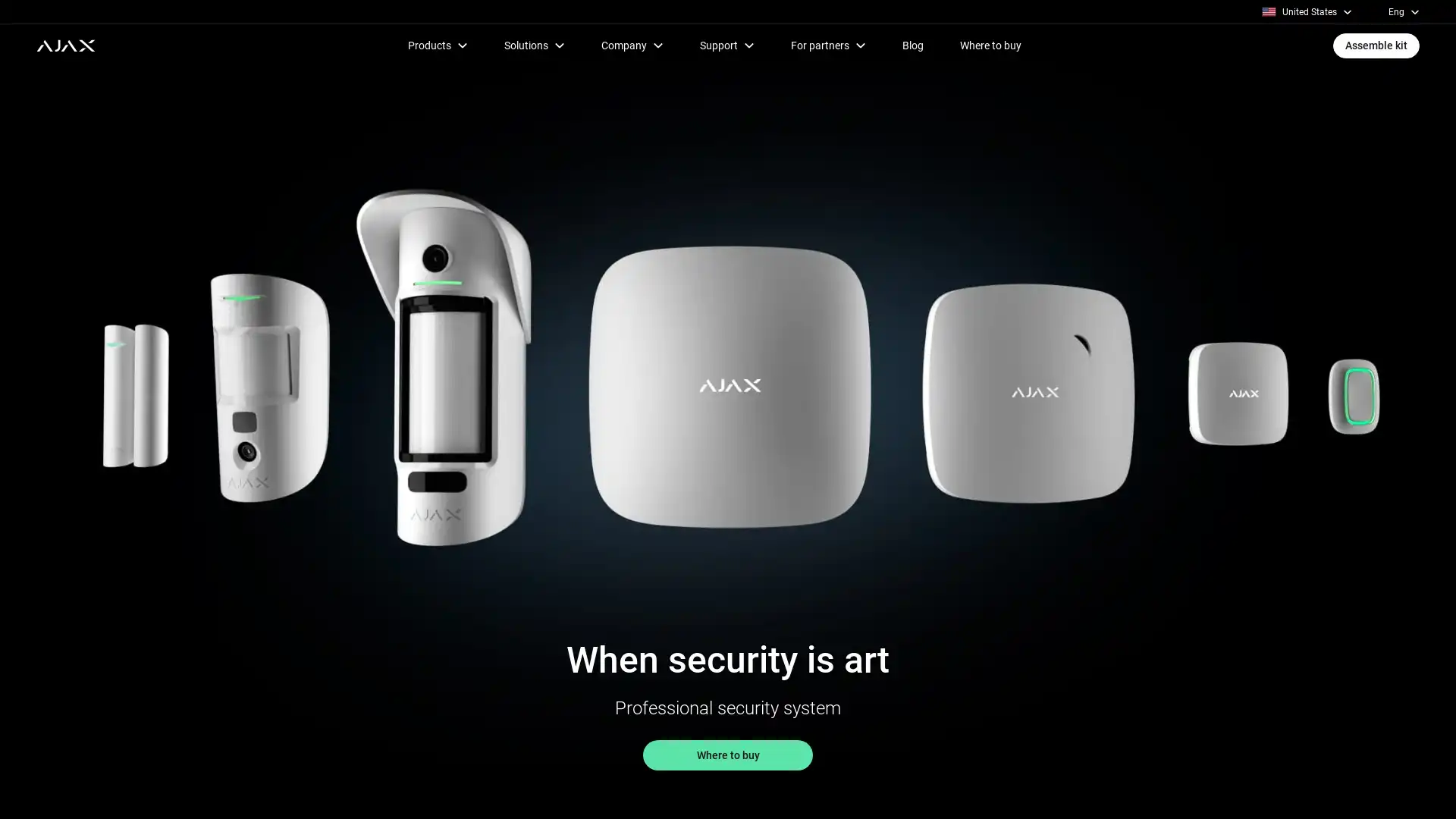 The width and height of the screenshot is (1456, 819). I want to click on Support, so click(726, 45).